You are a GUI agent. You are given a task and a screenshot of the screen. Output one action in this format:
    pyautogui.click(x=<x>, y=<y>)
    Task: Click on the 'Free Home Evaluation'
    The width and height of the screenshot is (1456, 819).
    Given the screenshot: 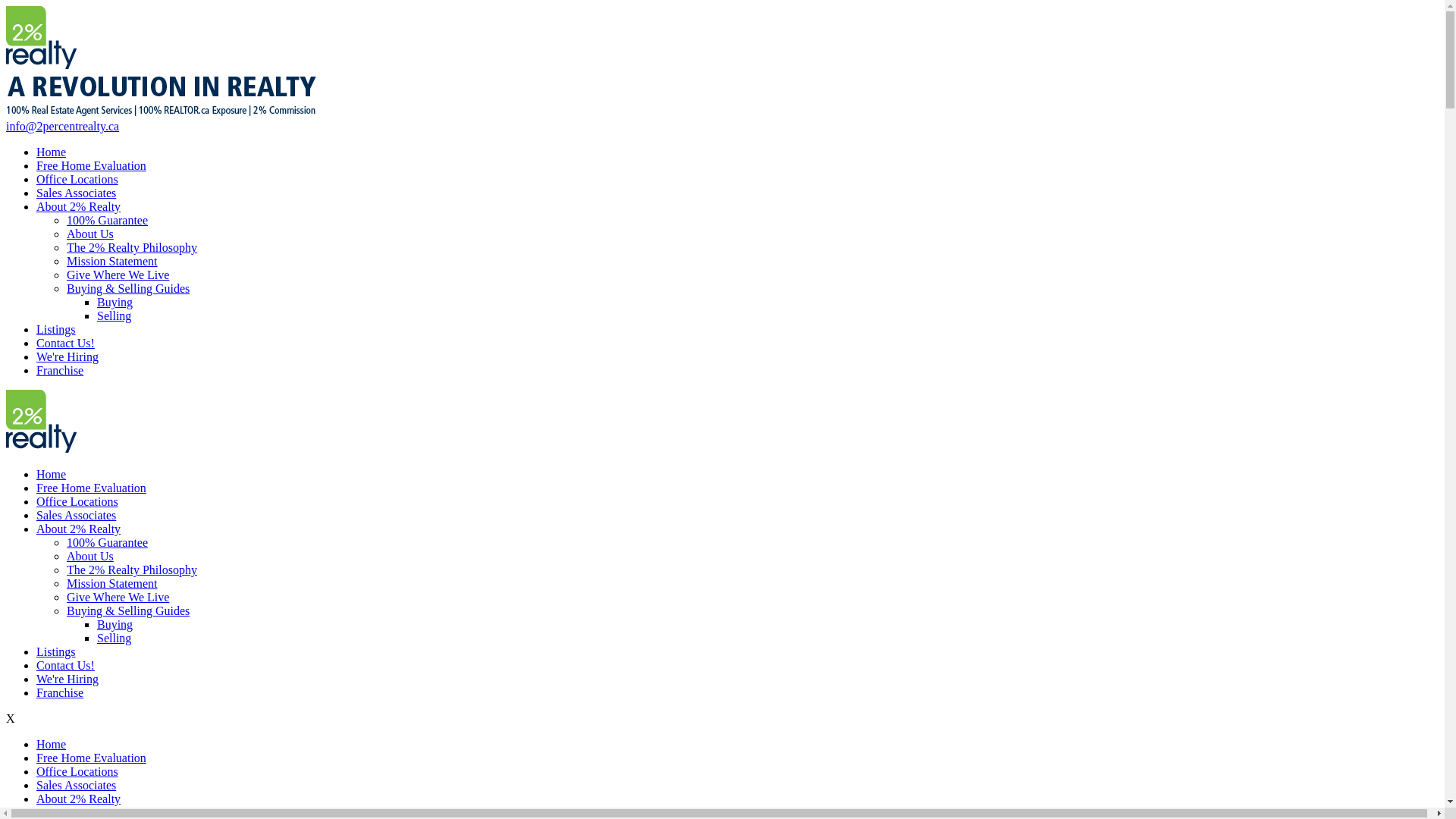 What is the action you would take?
    pyautogui.click(x=90, y=165)
    